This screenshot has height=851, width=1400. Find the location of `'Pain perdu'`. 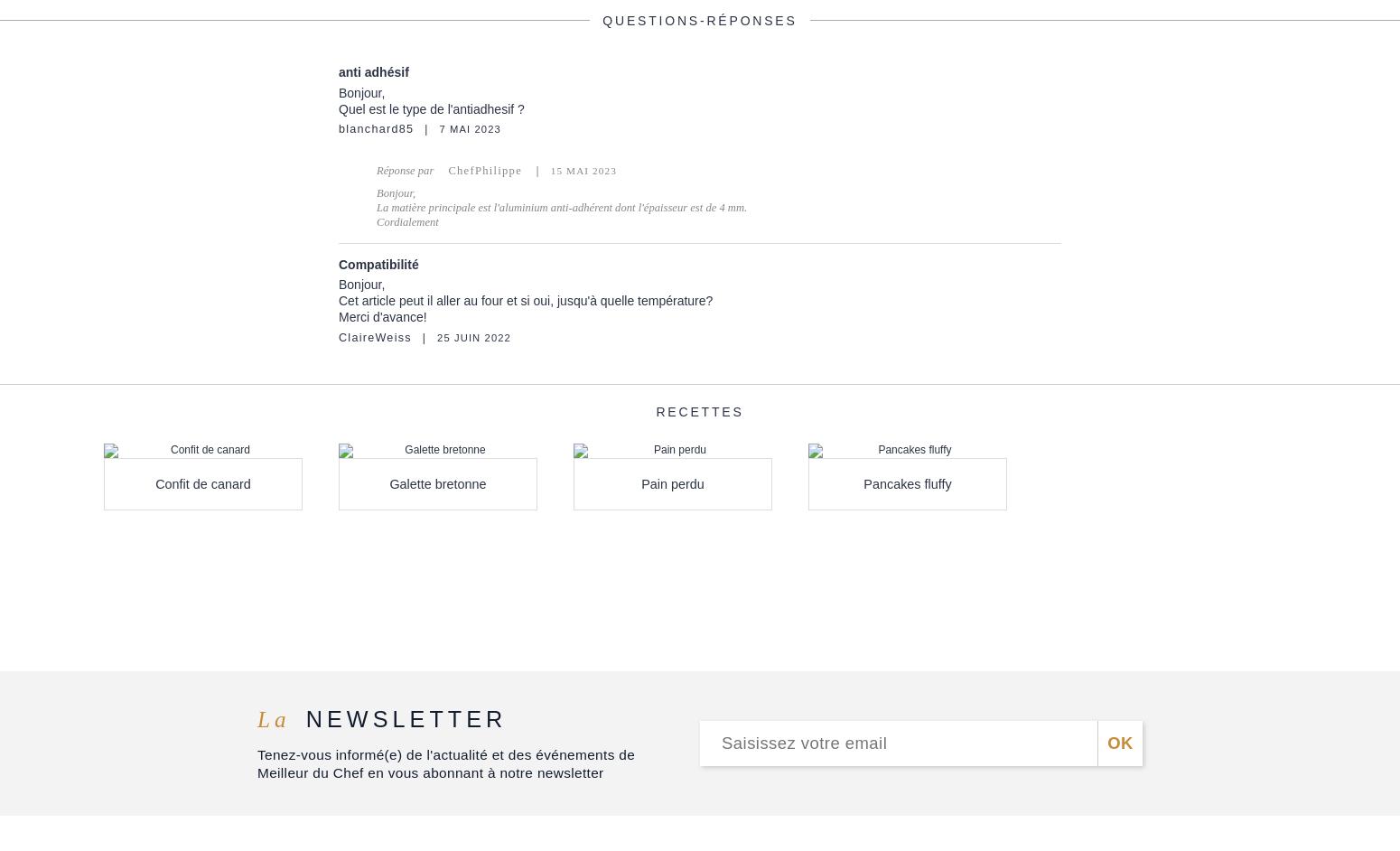

'Pain perdu' is located at coordinates (672, 482).